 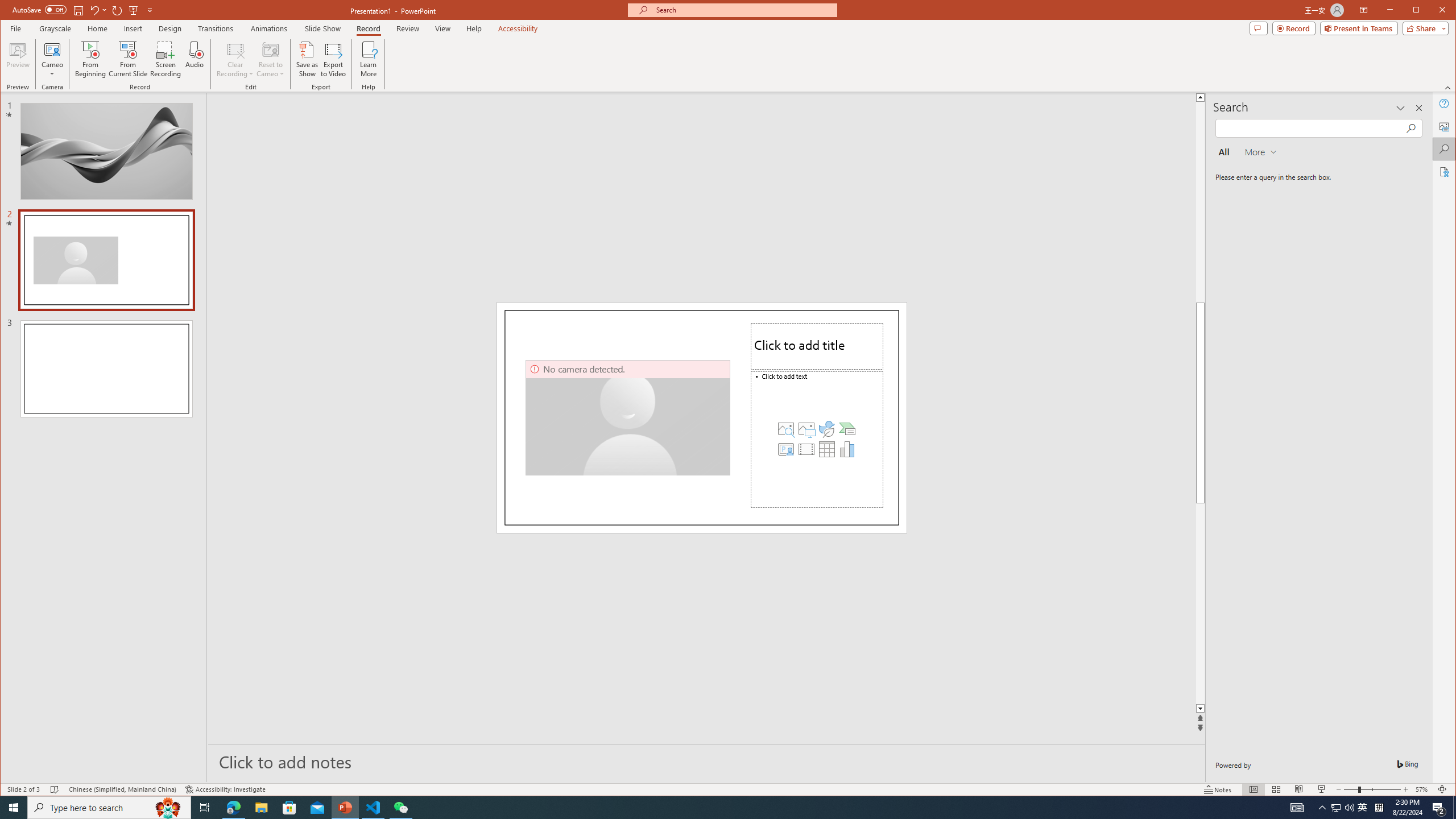 I want to click on 'WeChat - 1 running window', so click(x=401, y=806).